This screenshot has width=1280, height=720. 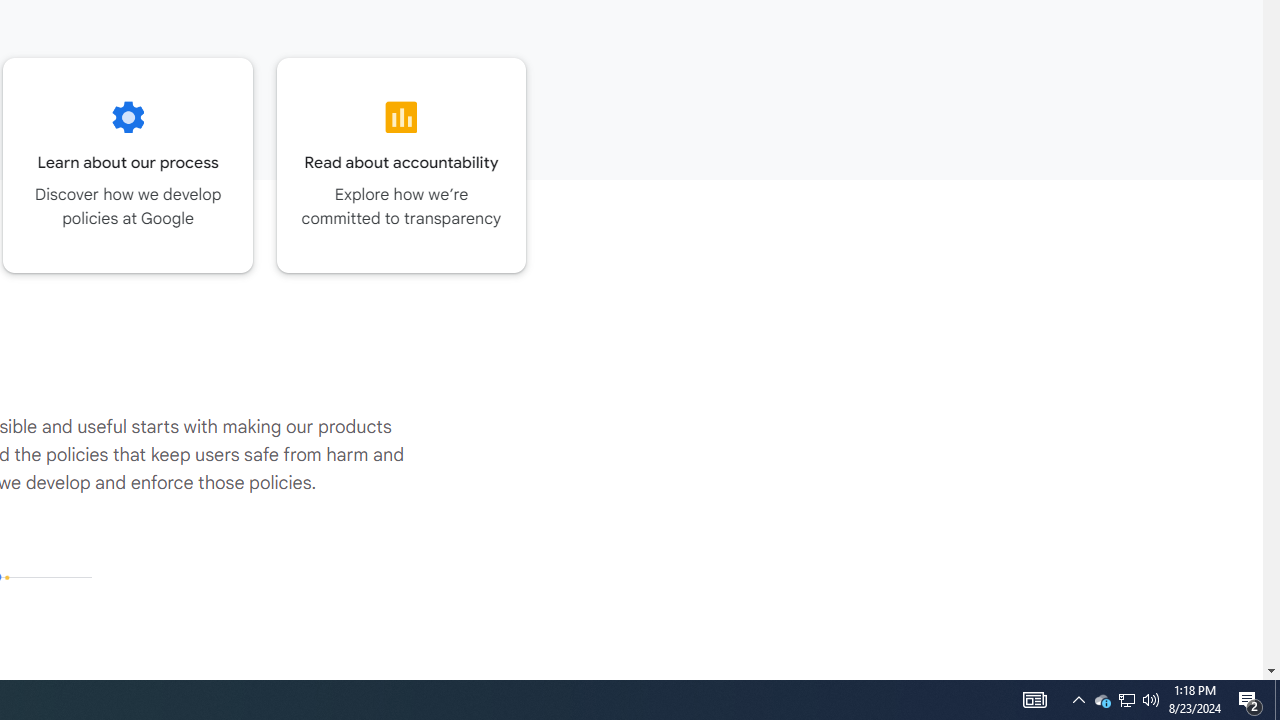 I want to click on 'Go to the Our process page', so click(x=127, y=164).